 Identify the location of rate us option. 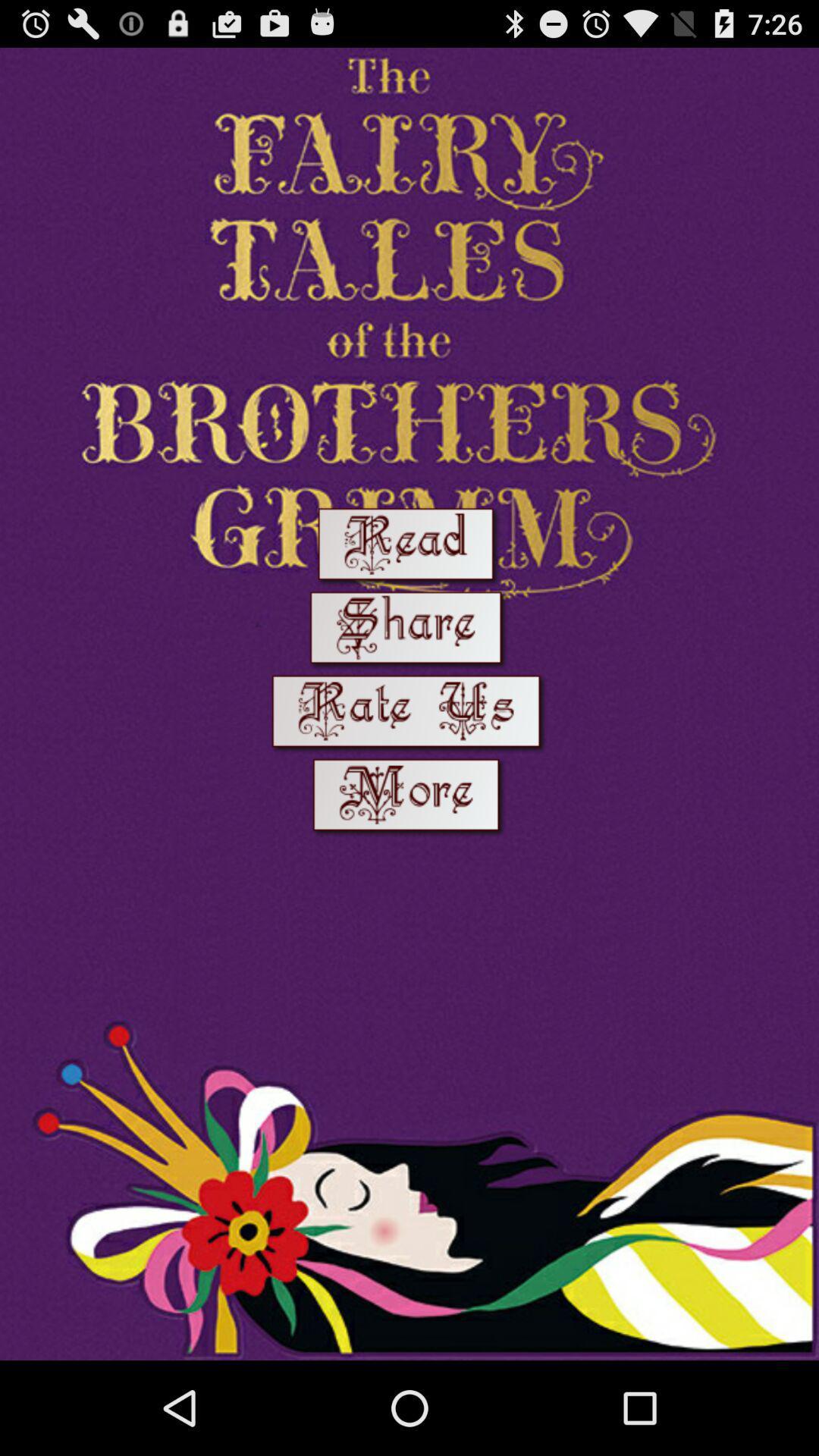
(409, 714).